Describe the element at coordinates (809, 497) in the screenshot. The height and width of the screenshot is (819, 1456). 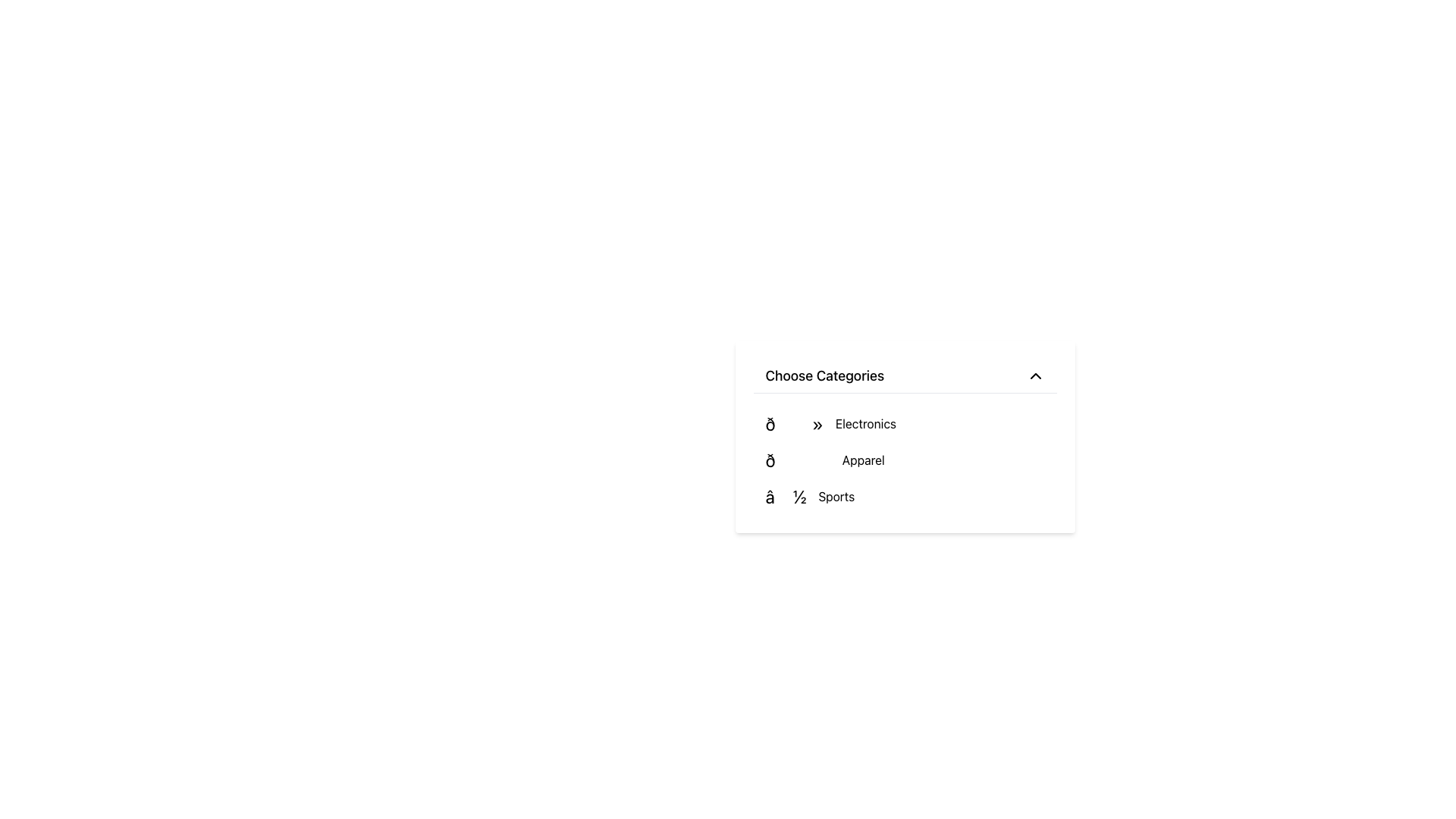
I see `to select the 'Sports' category from the bottom row of the 'Choose Categories' dropdown menu, which displays the text '⚽ Sports' alongside a soccer ball emoji` at that location.